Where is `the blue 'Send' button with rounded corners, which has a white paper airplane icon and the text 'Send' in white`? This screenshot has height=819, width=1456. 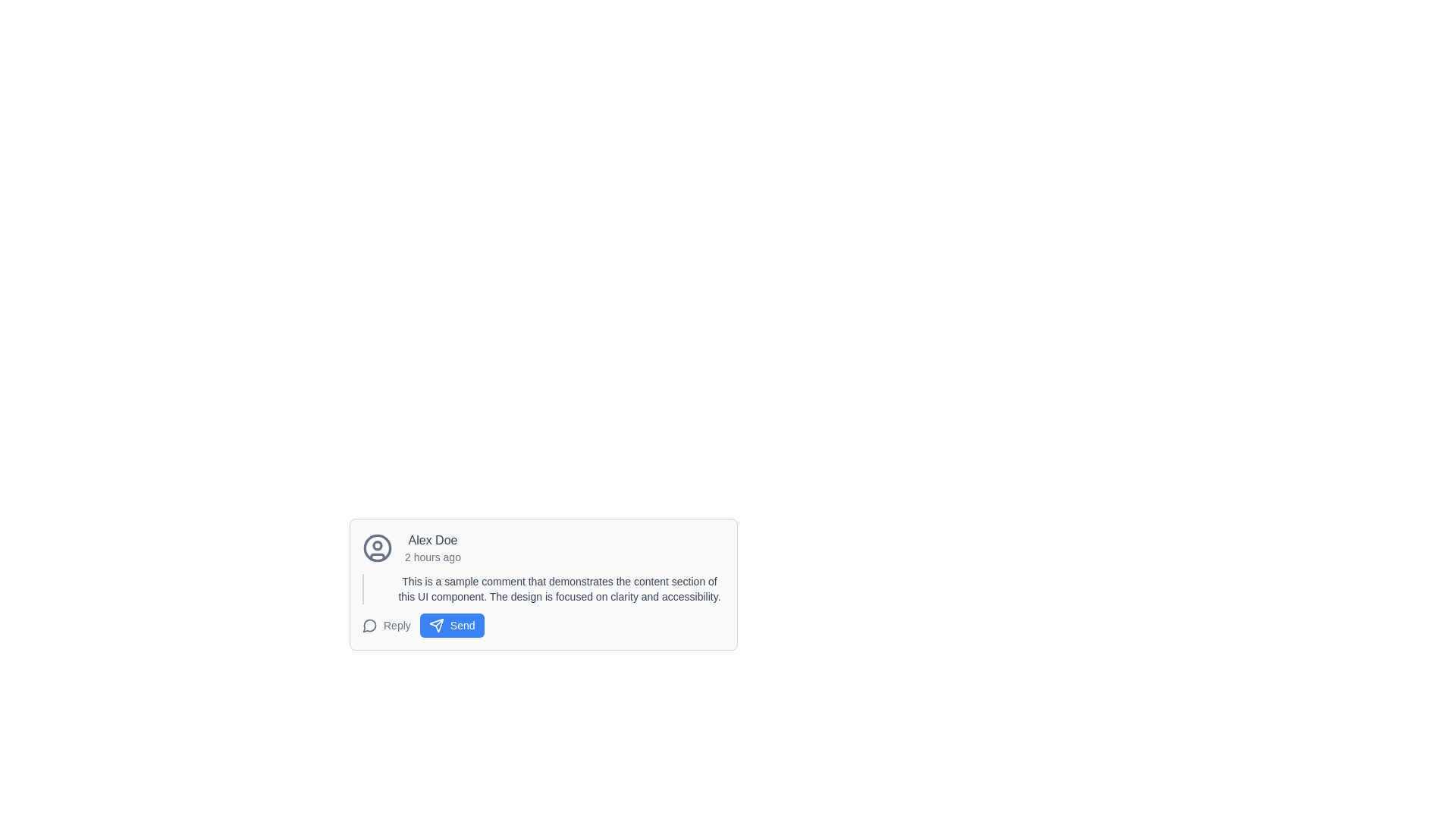
the blue 'Send' button with rounded corners, which has a white paper airplane icon and the text 'Send' in white is located at coordinates (451, 626).